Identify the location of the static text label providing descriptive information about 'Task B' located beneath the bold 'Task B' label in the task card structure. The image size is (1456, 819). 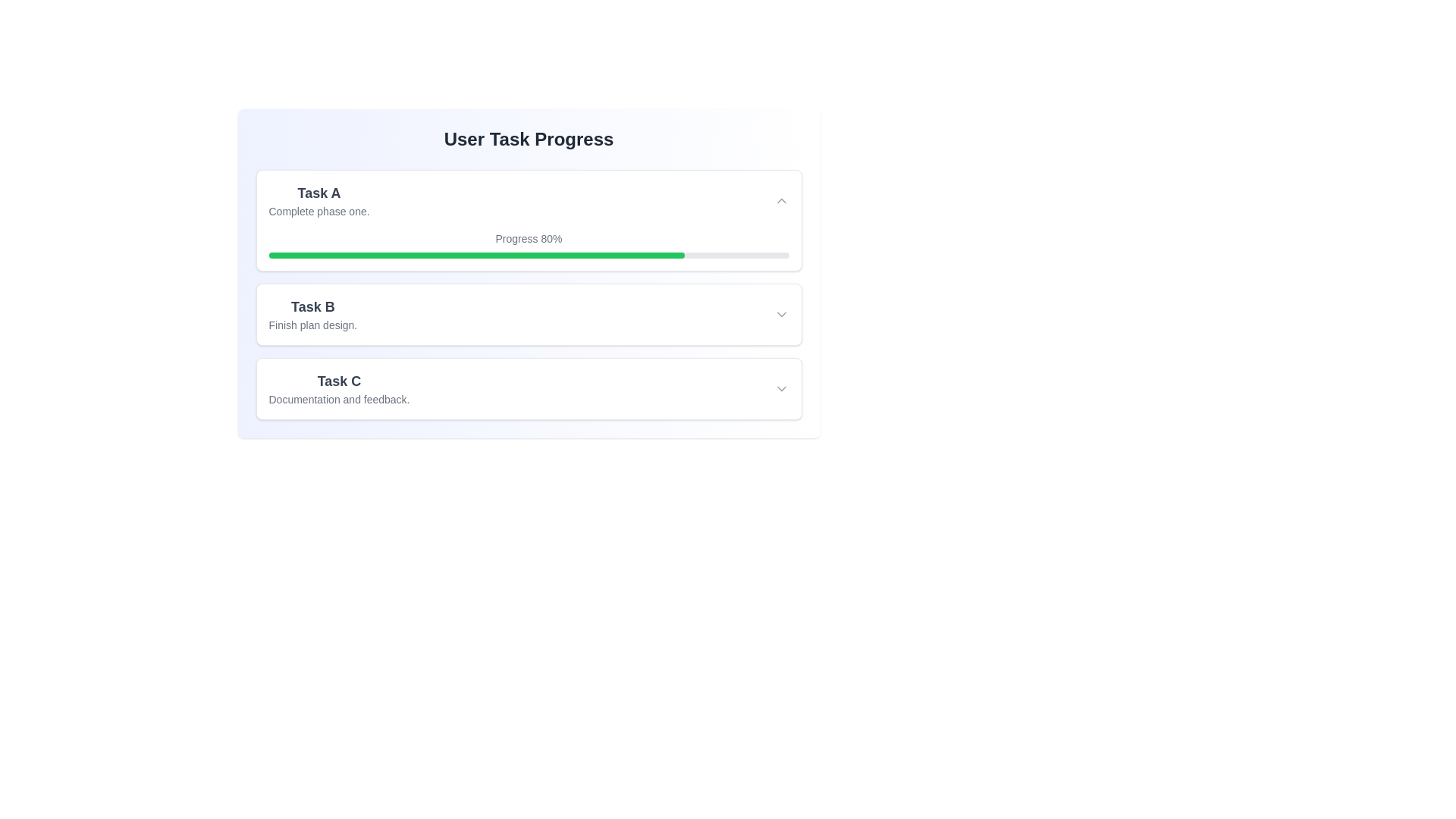
(312, 324).